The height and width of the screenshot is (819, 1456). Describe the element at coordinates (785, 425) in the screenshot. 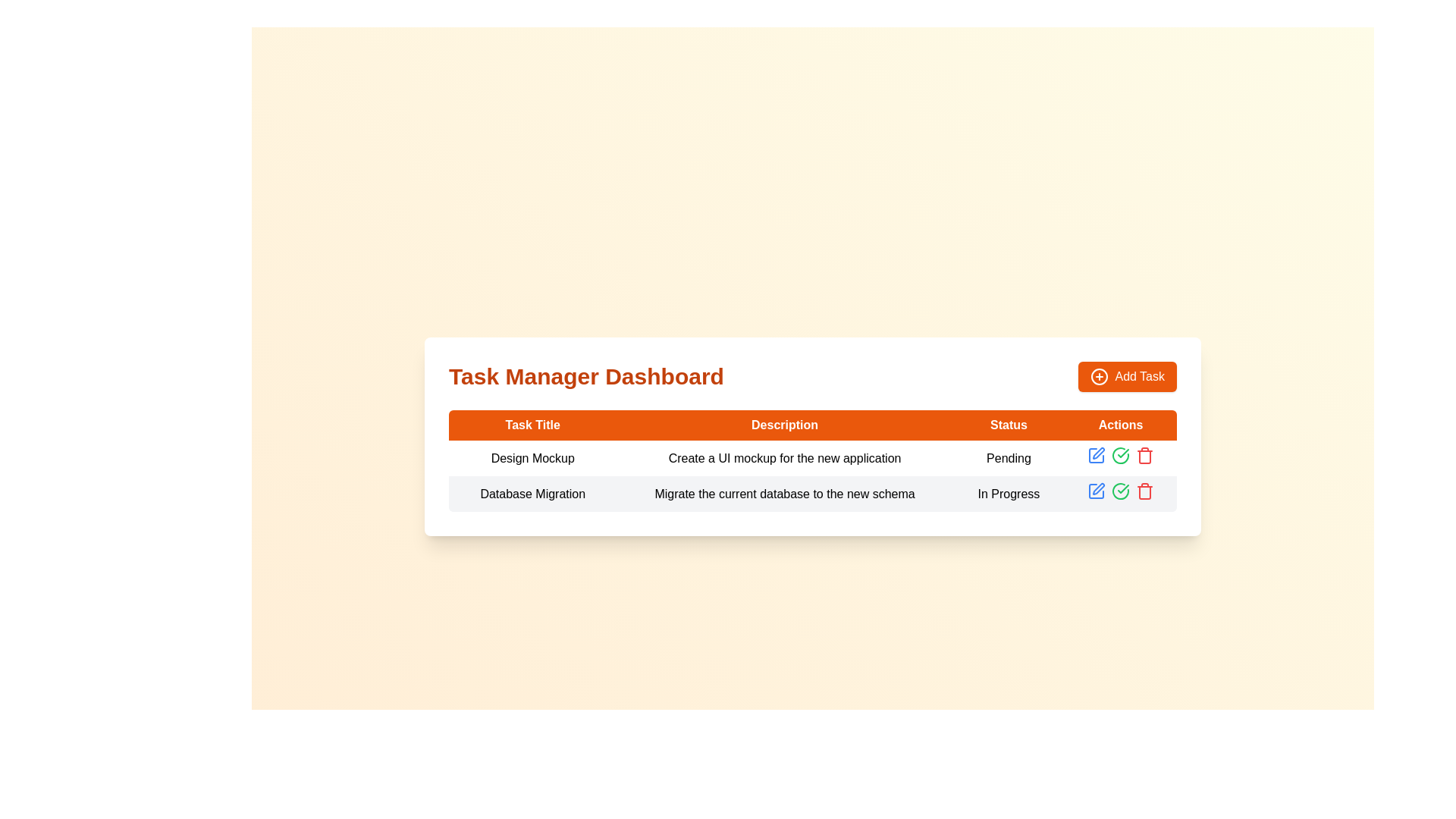

I see `the Table Header Label for the 'Description' column, which is the second item in a horizontal row of four in the table header, located between 'Task Title' and 'Status'` at that location.